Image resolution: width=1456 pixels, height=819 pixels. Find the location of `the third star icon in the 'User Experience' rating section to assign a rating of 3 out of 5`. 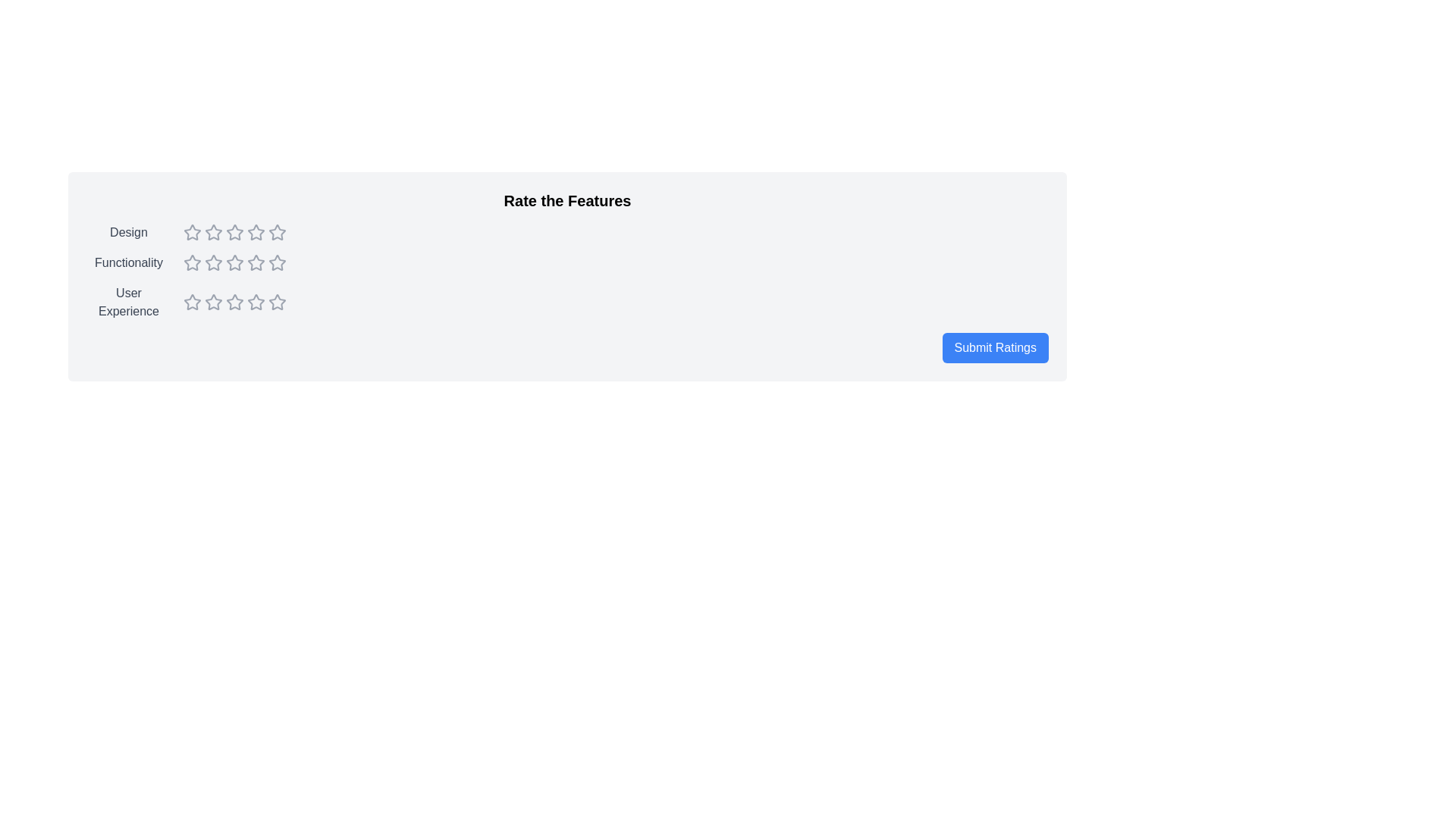

the third star icon in the 'User Experience' rating section to assign a rating of 3 out of 5 is located at coordinates (234, 302).